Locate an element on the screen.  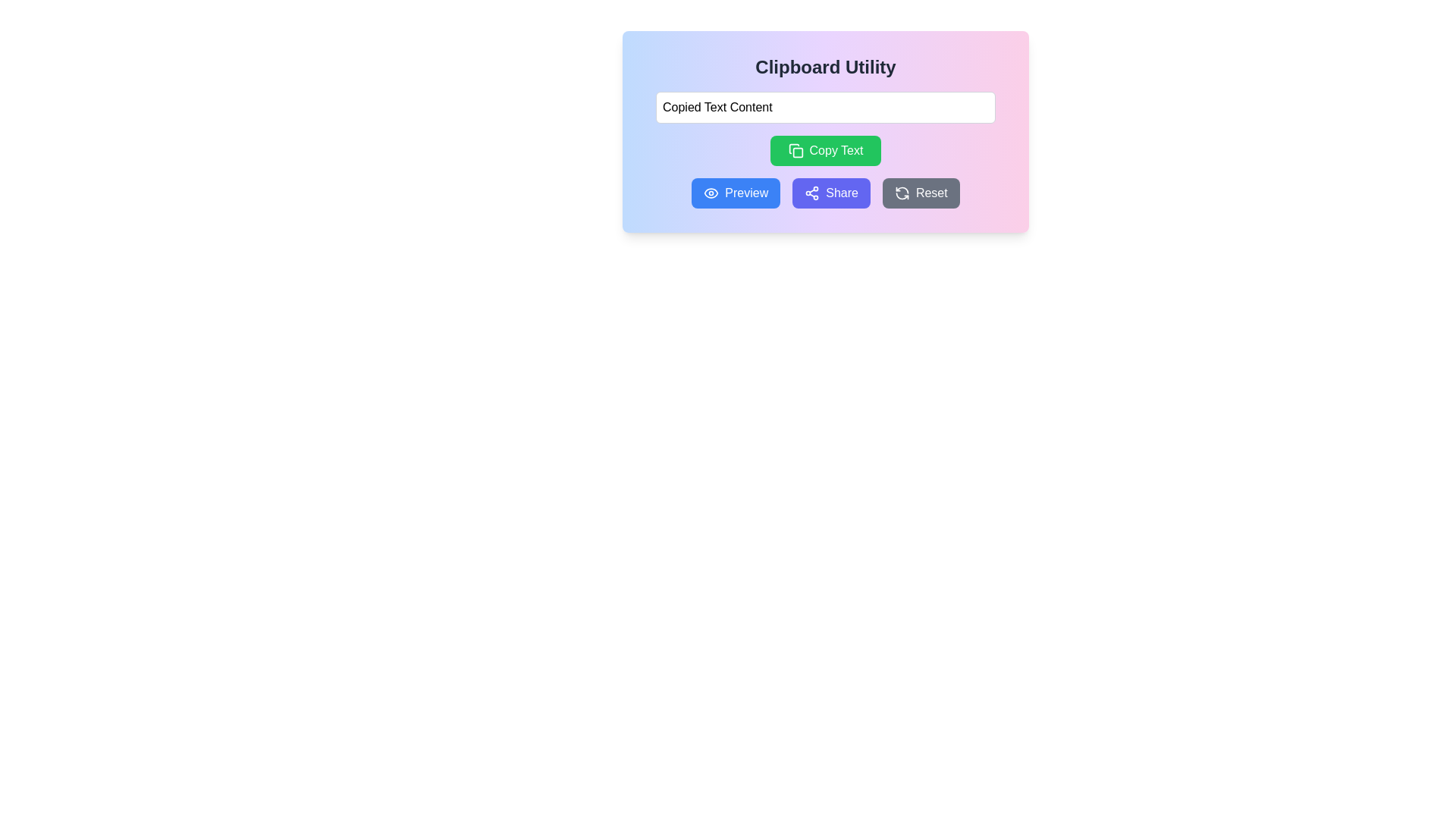
the 'Share' button, which is the third button from the left in the row of buttons below the text input field, styled with white text on a purple background is located at coordinates (841, 192).